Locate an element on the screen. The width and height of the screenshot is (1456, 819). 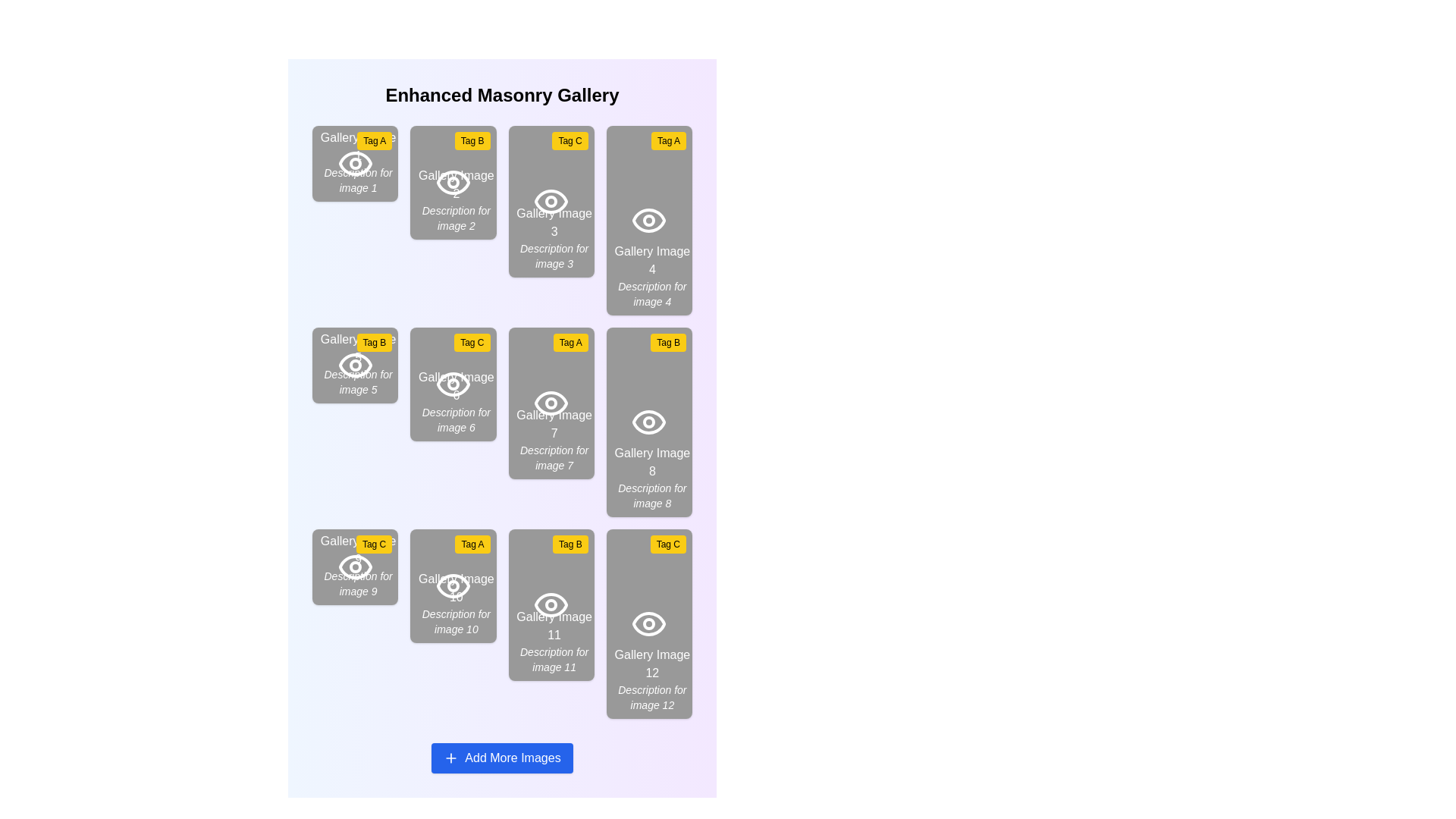
the outer contour of the eye icon within the gallery thumbnail labeled 'Gallery Image 11' is located at coordinates (551, 604).